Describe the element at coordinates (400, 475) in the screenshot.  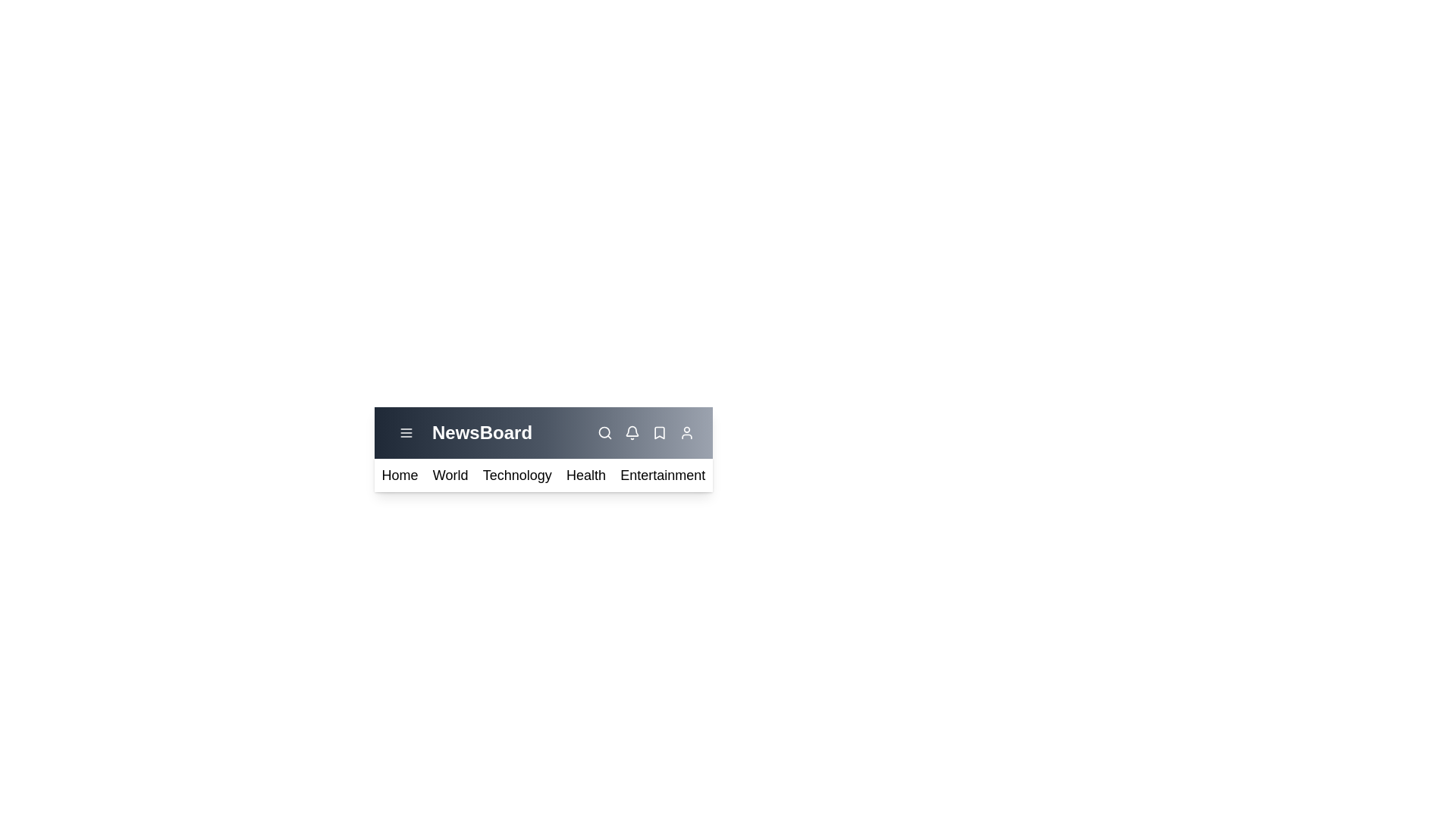
I see `the category Home from the menu` at that location.